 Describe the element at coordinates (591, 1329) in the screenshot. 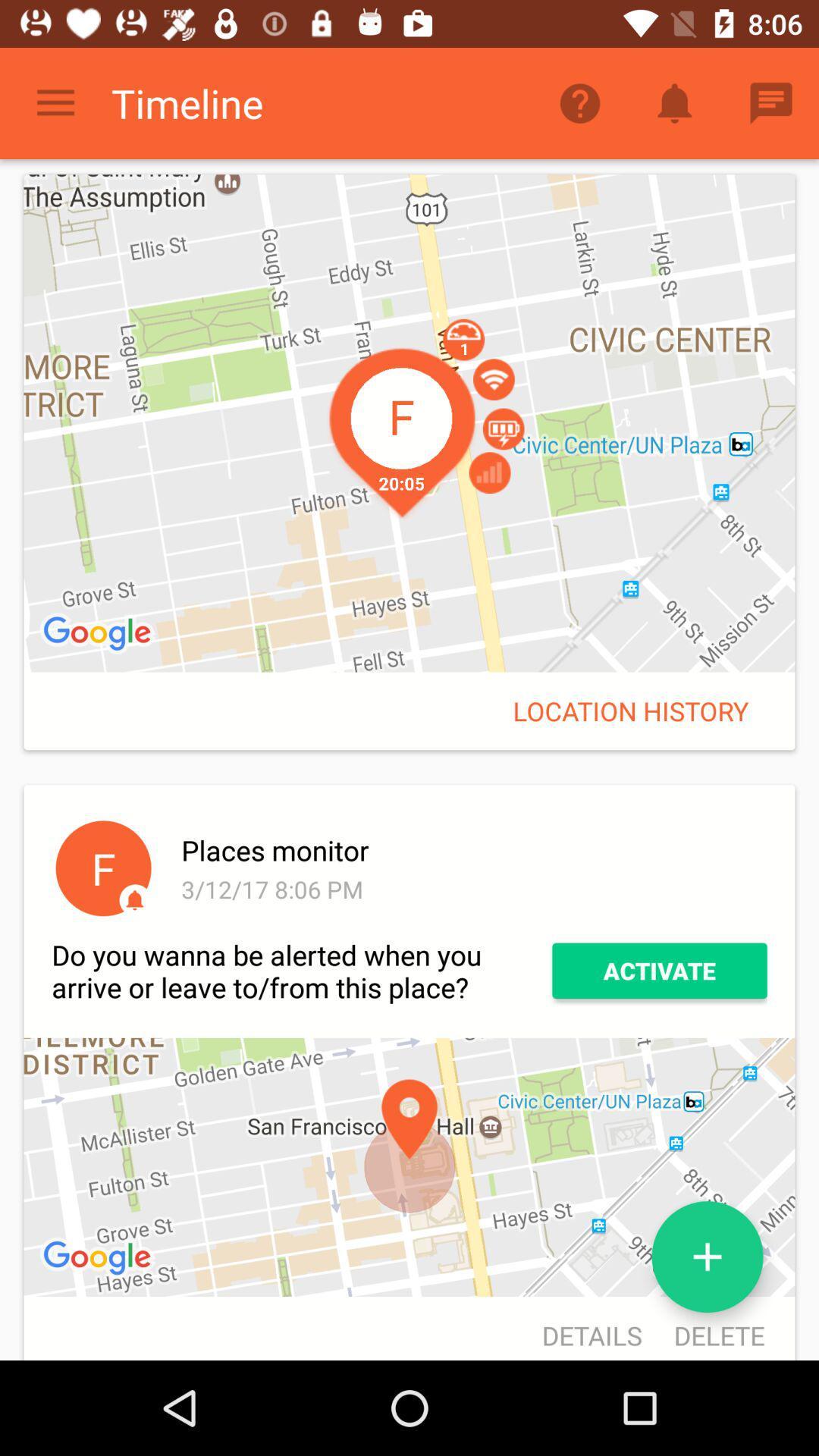

I see `details` at that location.